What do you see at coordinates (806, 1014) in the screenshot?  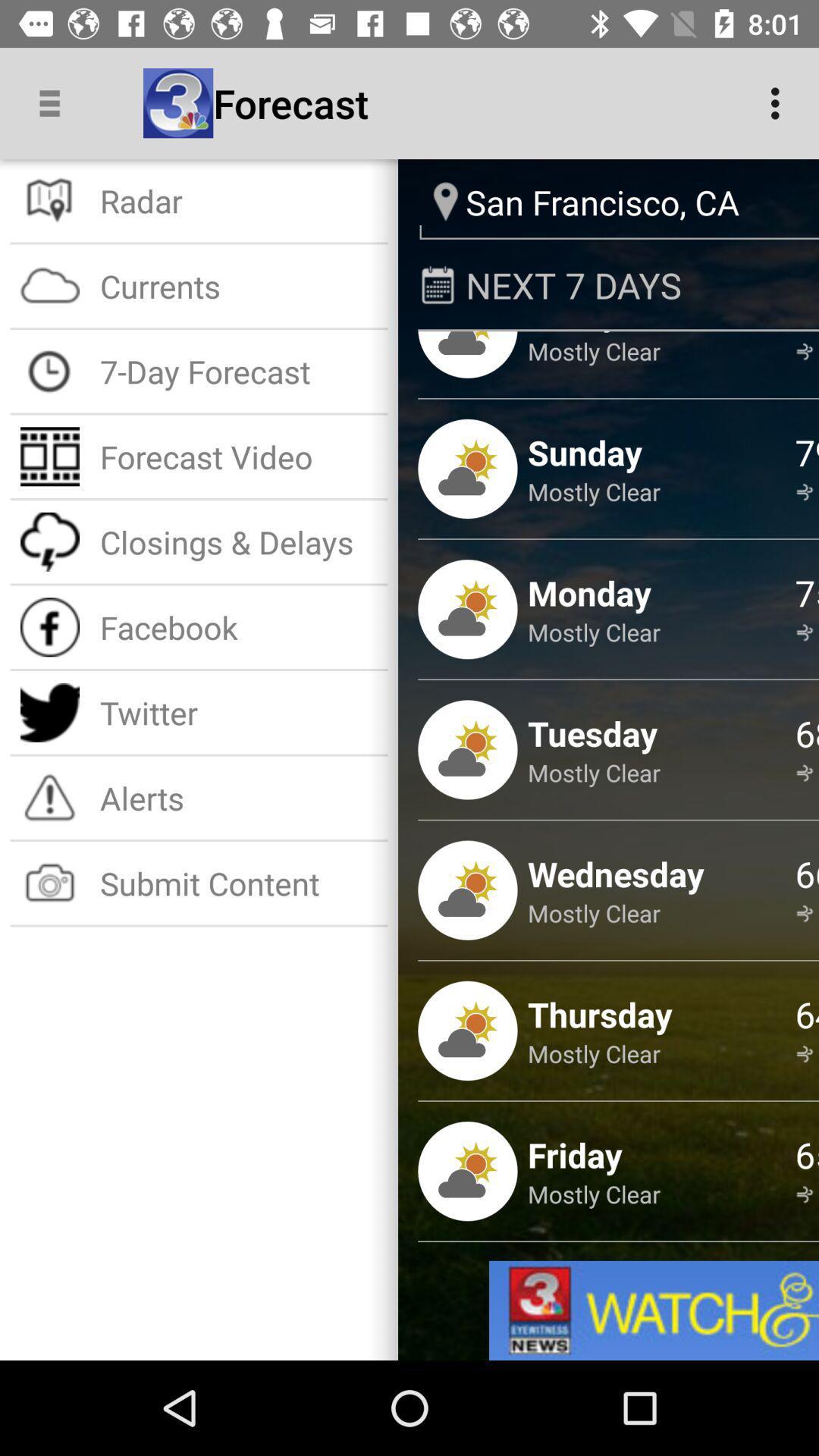 I see `the icon next to thursday` at bounding box center [806, 1014].